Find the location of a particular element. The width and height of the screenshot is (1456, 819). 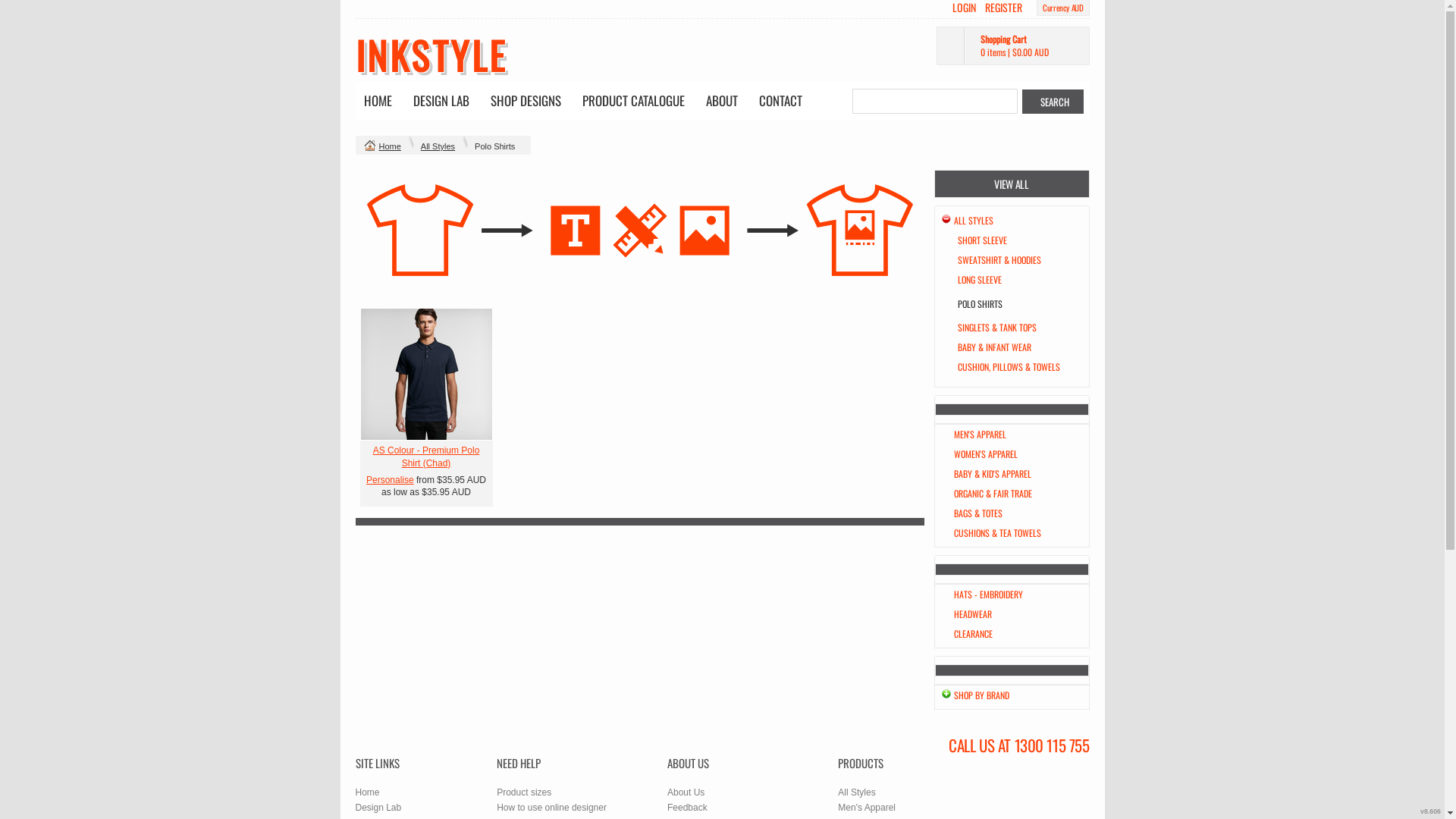

'AS Colour - Premium Polo Shirt (Chad)' is located at coordinates (425, 456).